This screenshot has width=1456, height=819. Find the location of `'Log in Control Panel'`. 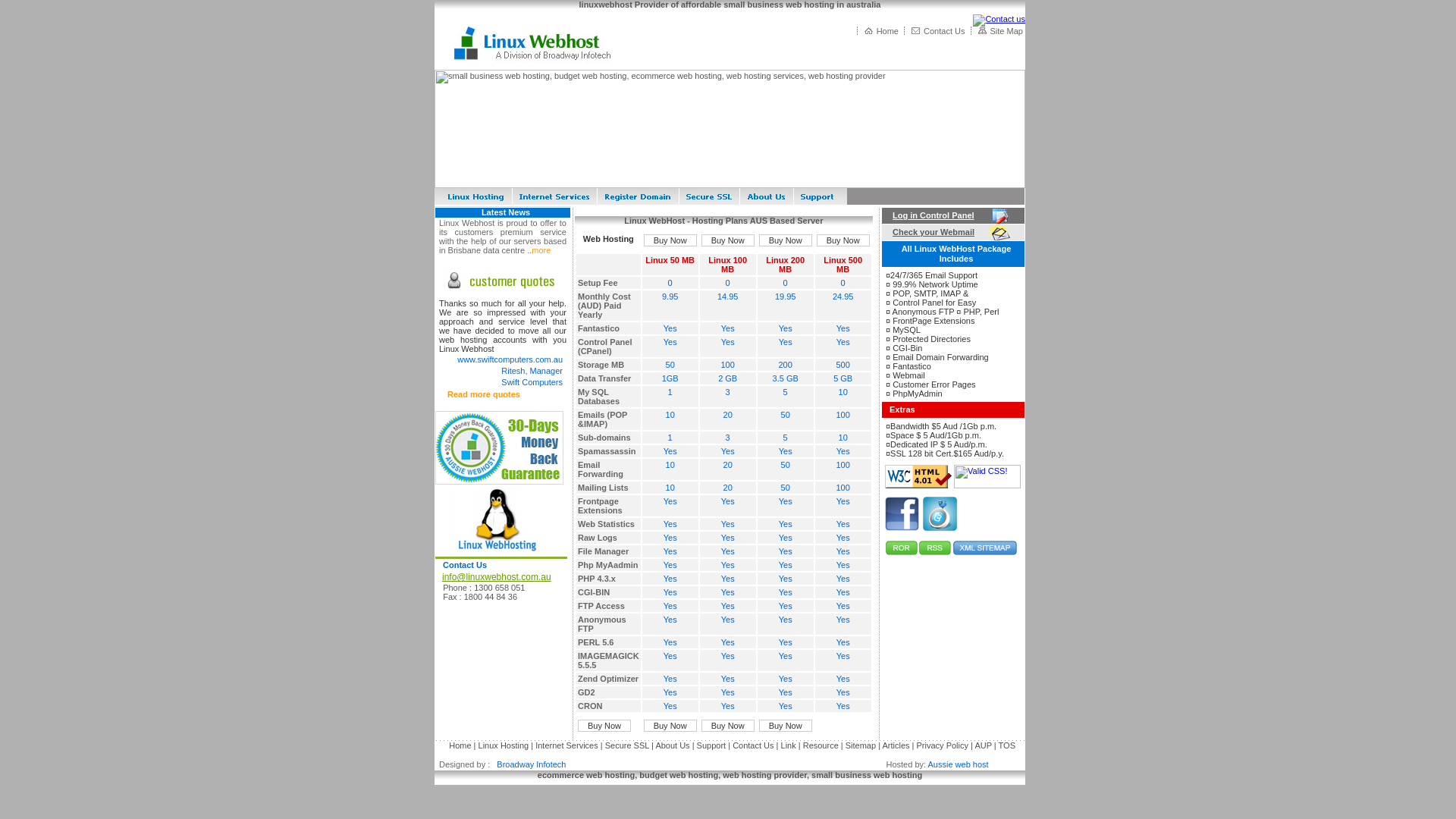

'Log in Control Panel' is located at coordinates (884, 215).